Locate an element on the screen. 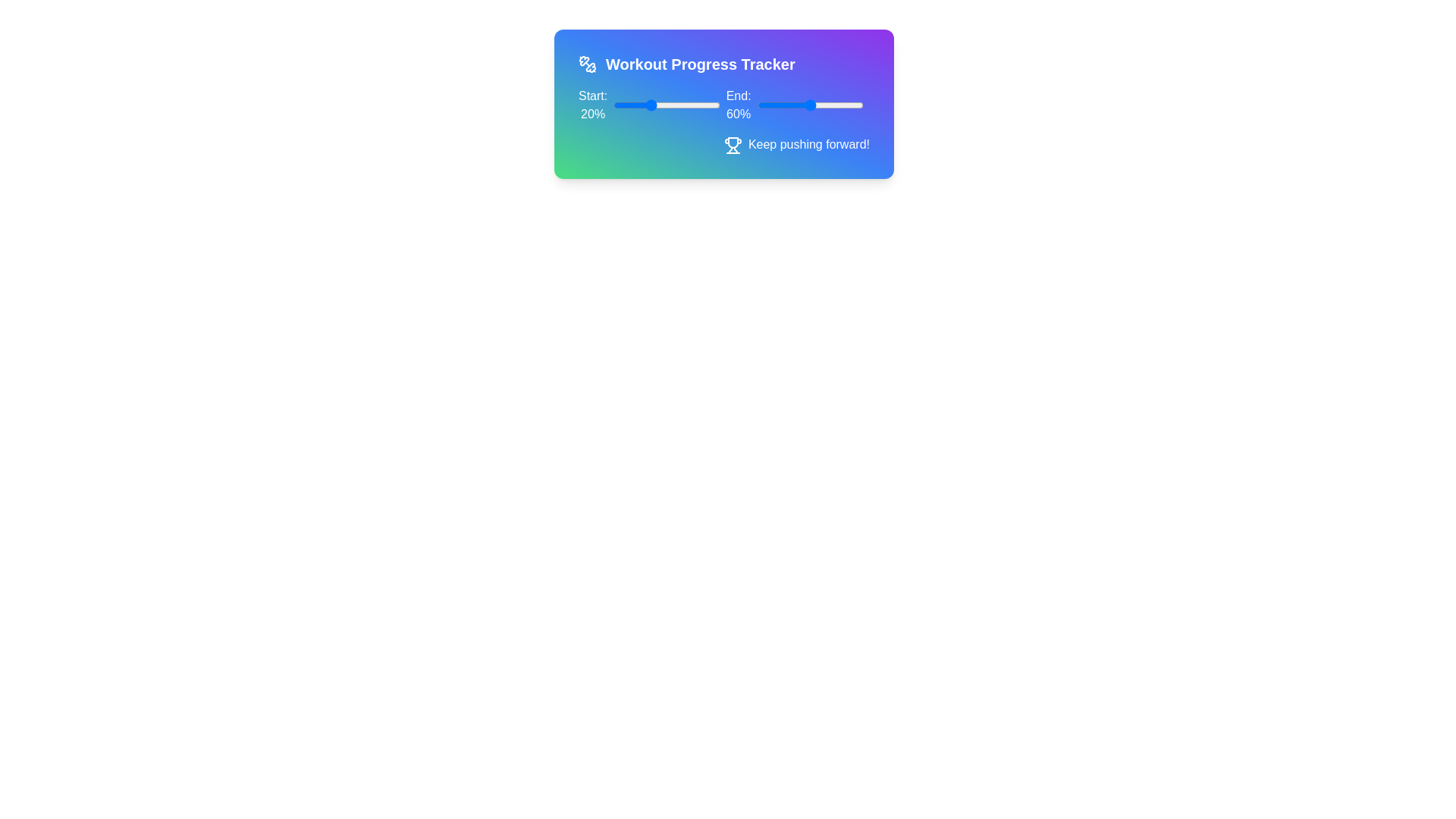 The height and width of the screenshot is (819, 1456). the text label that indicates the workout progress tracking feature is located at coordinates (699, 63).